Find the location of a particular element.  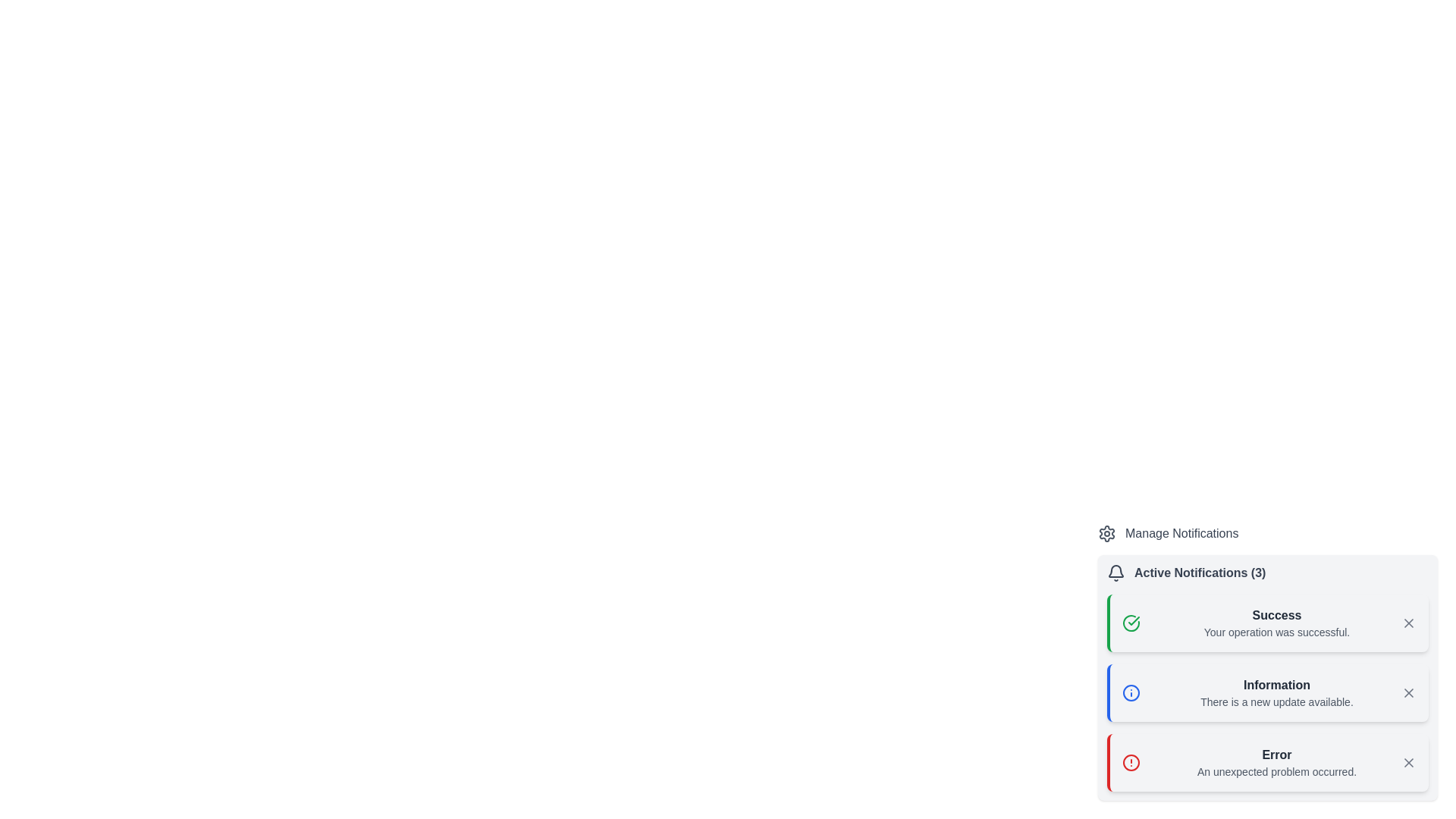

outer circle of the checkmark icon in the topmost 'Success' notification in the Active Notifications section for accessibility is located at coordinates (1131, 623).